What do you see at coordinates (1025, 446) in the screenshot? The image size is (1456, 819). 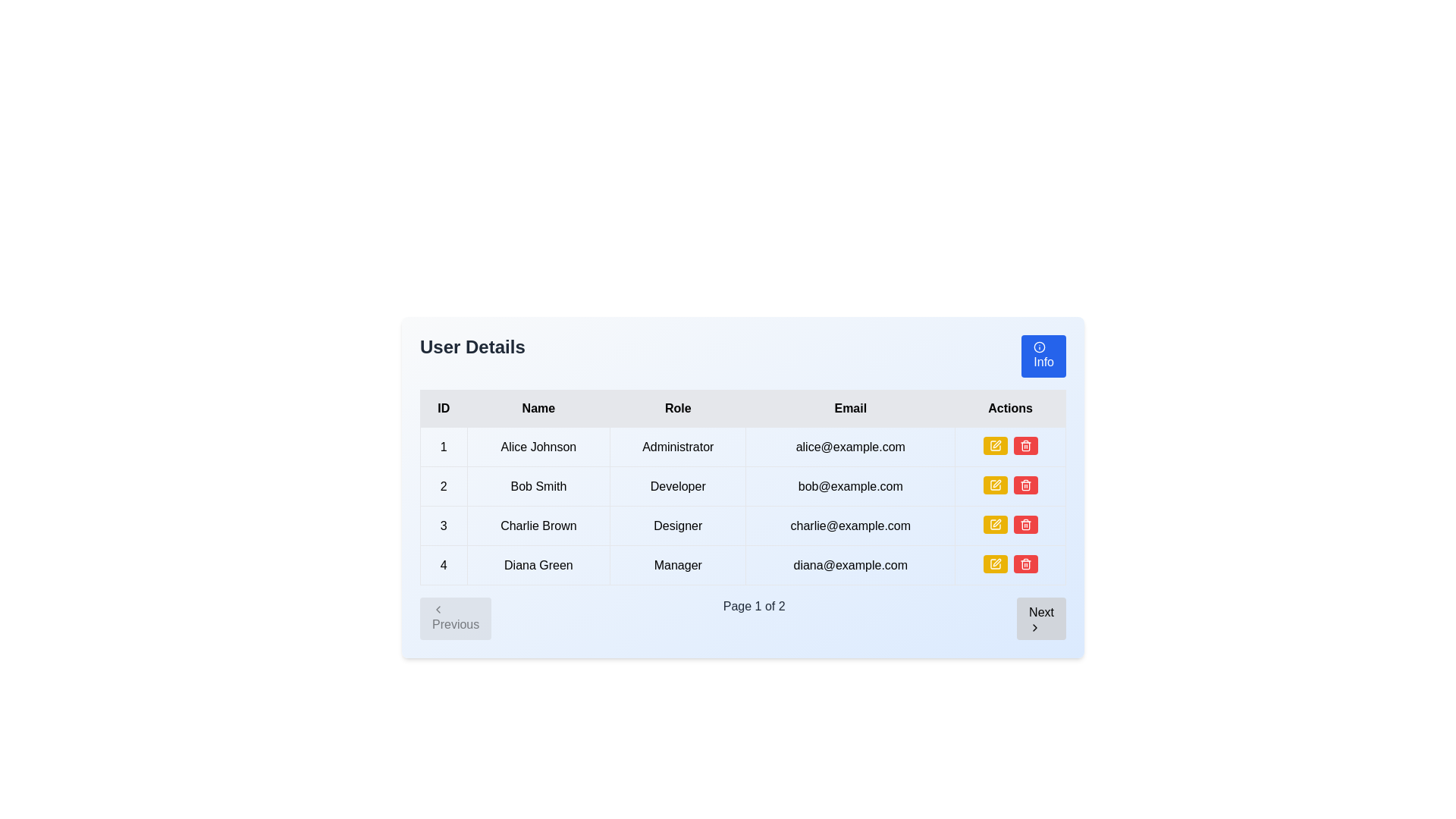 I see `the trash bin icon located in the 'Actions' column of the user details table in the fourth row associated with 'Diana Green'` at bounding box center [1025, 446].